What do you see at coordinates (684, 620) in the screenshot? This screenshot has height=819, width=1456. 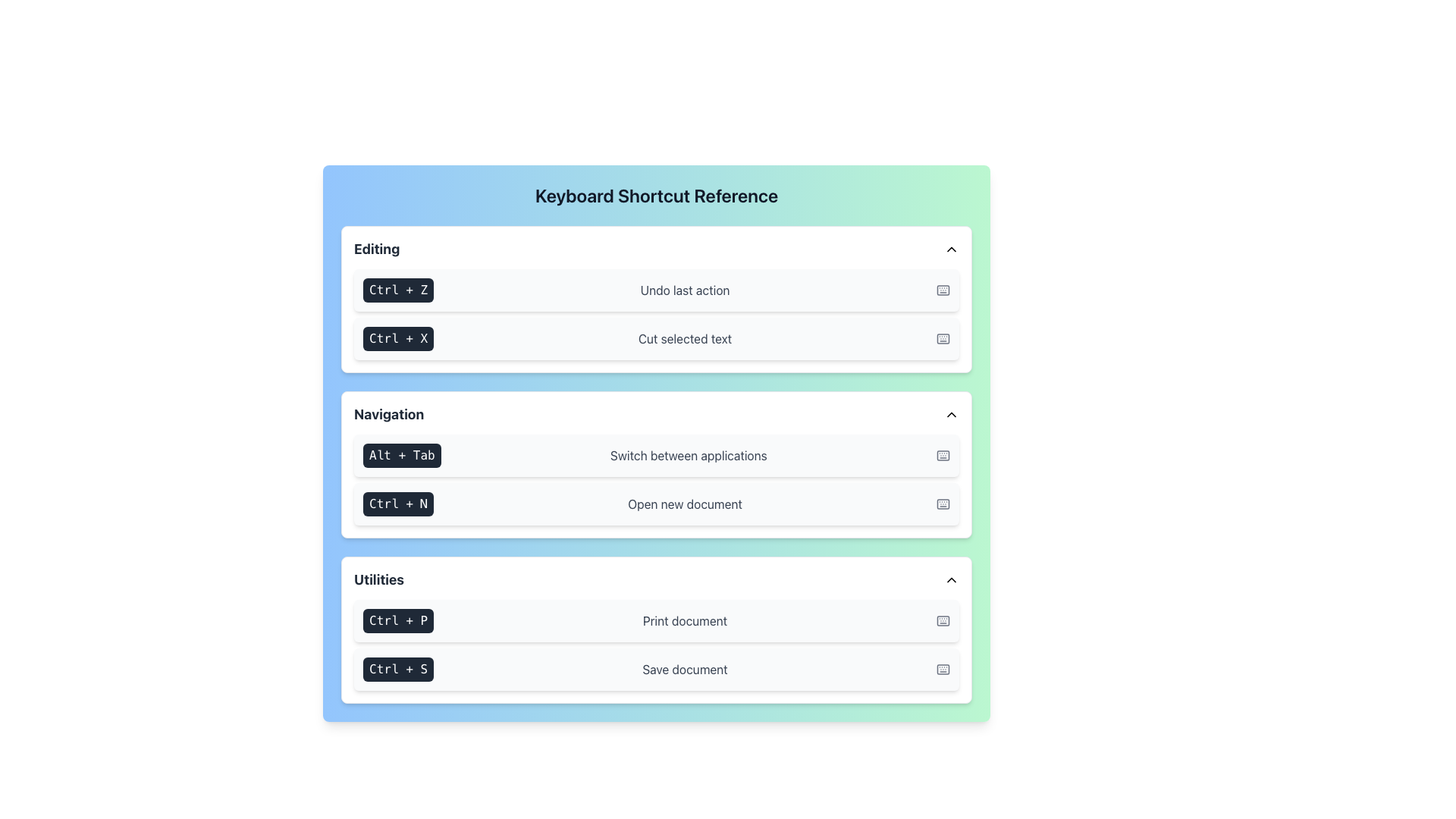 I see `the Text label in the 'Utilities' section that describes the keyboard shortcut 'Ctrl + P'` at bounding box center [684, 620].